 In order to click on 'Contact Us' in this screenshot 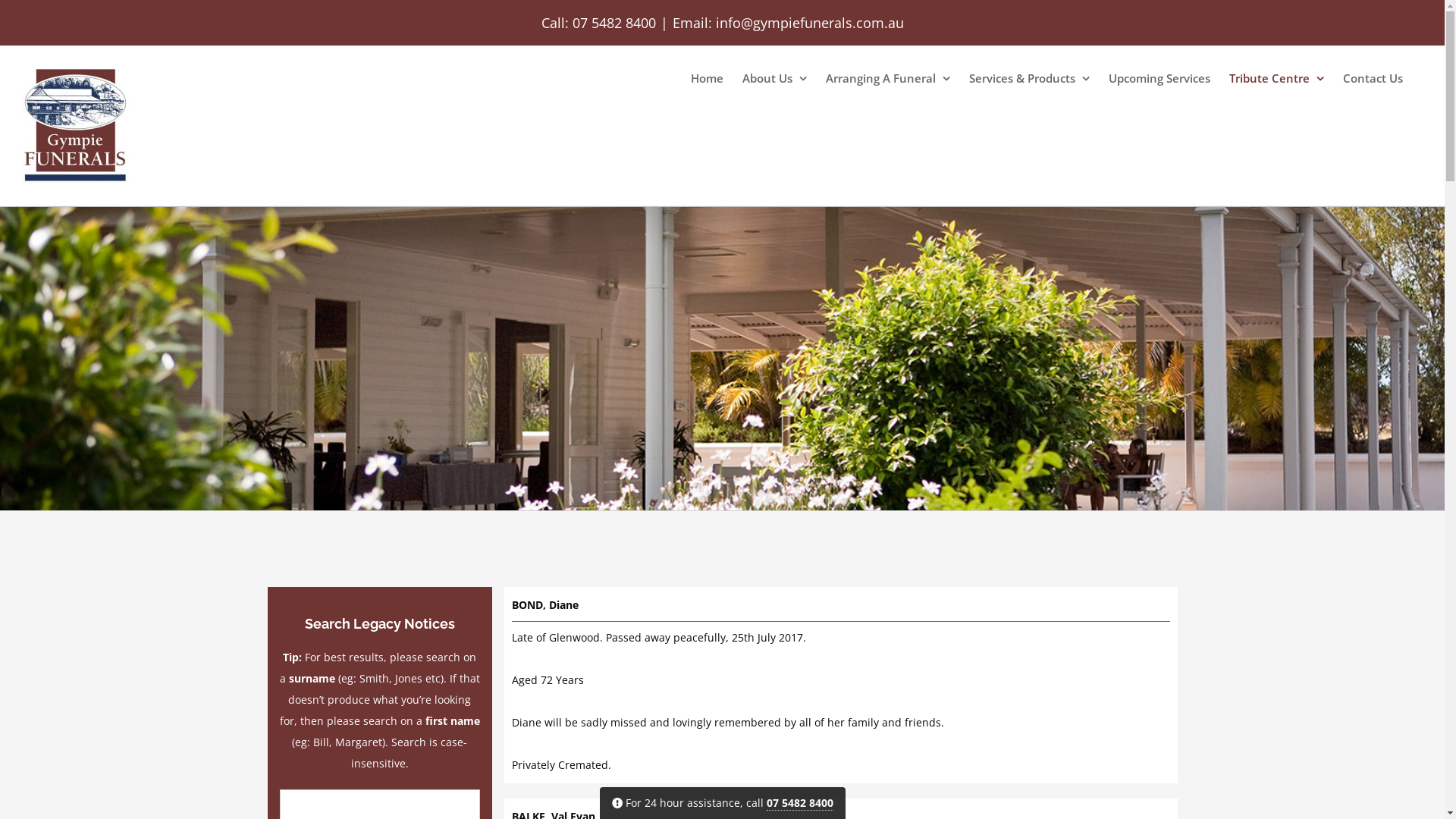, I will do `click(1373, 78)`.